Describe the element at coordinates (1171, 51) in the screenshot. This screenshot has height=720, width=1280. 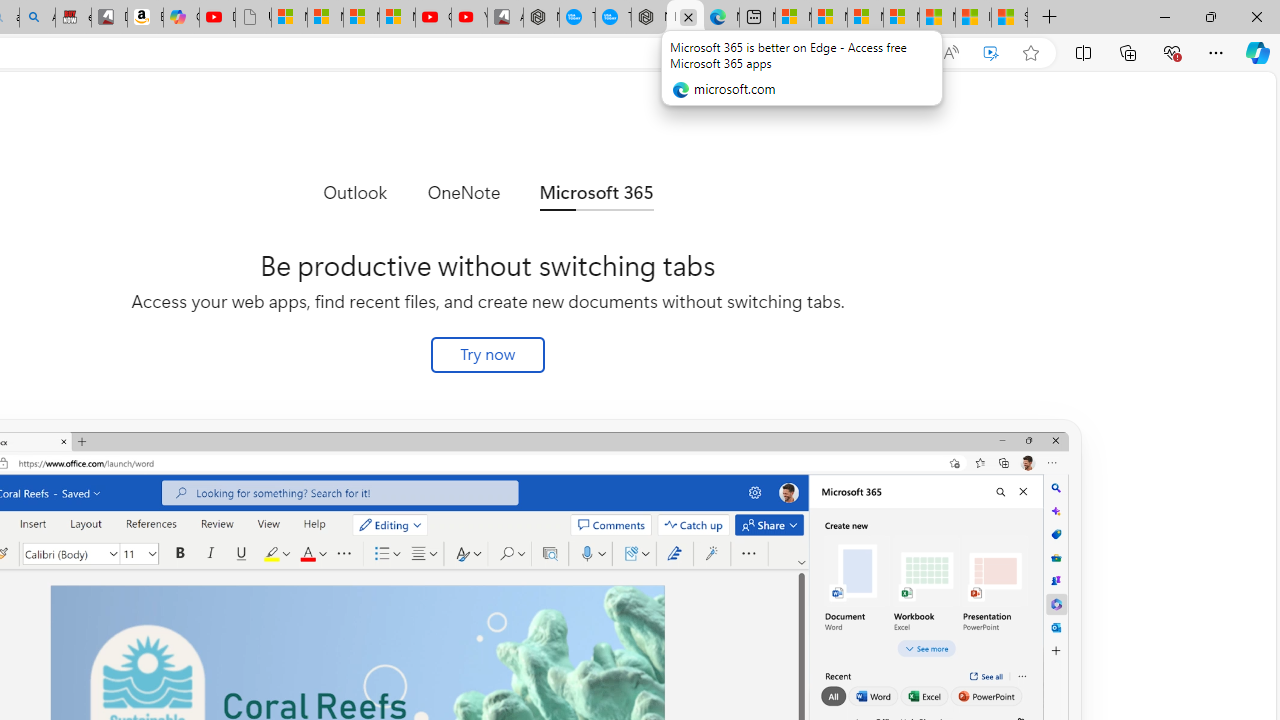
I see `'Browser essentials'` at that location.